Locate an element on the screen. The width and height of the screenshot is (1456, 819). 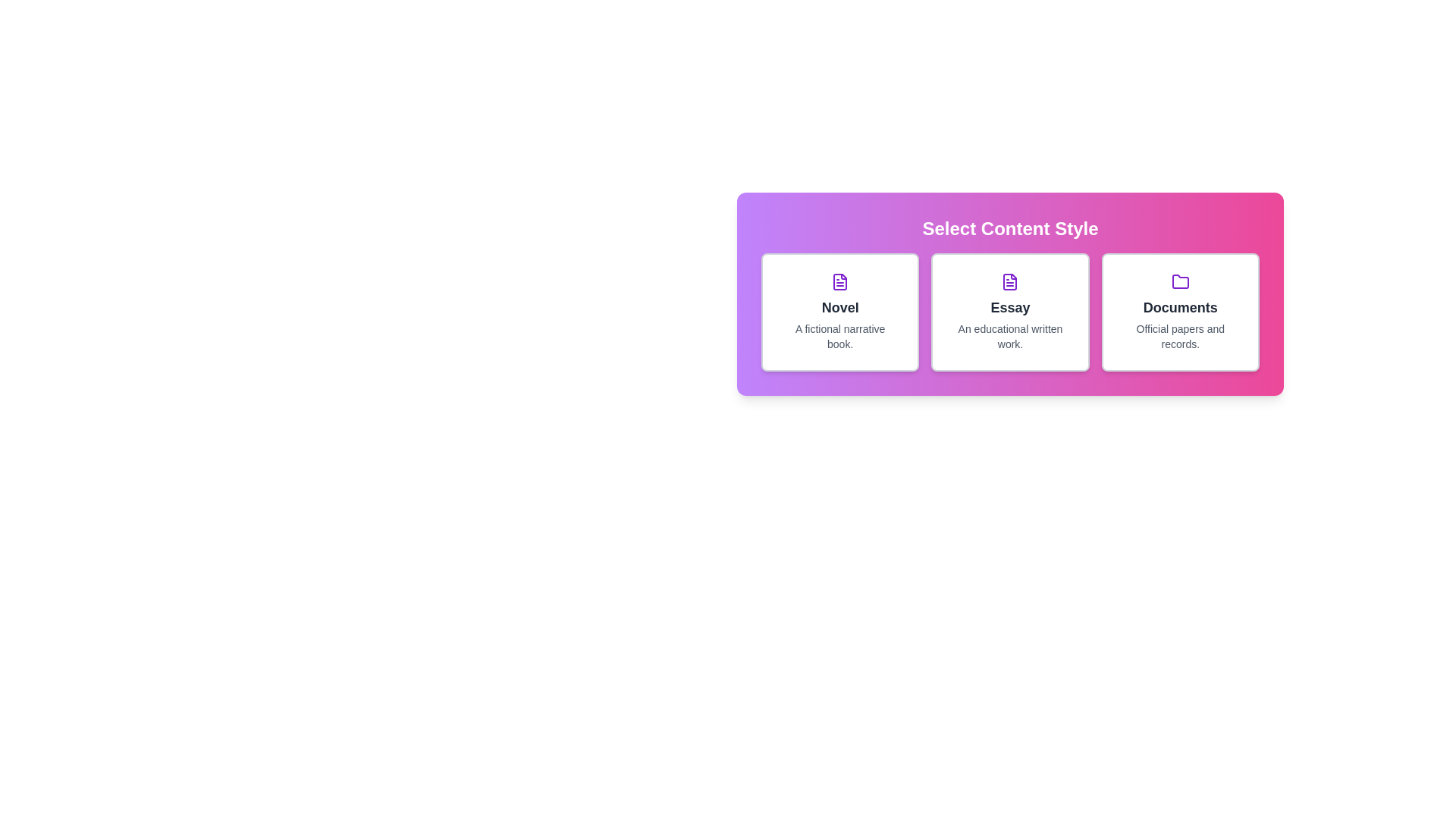
the purple document icon located above the 'Essay' section in the middle card of a three-card layout is located at coordinates (1010, 281).